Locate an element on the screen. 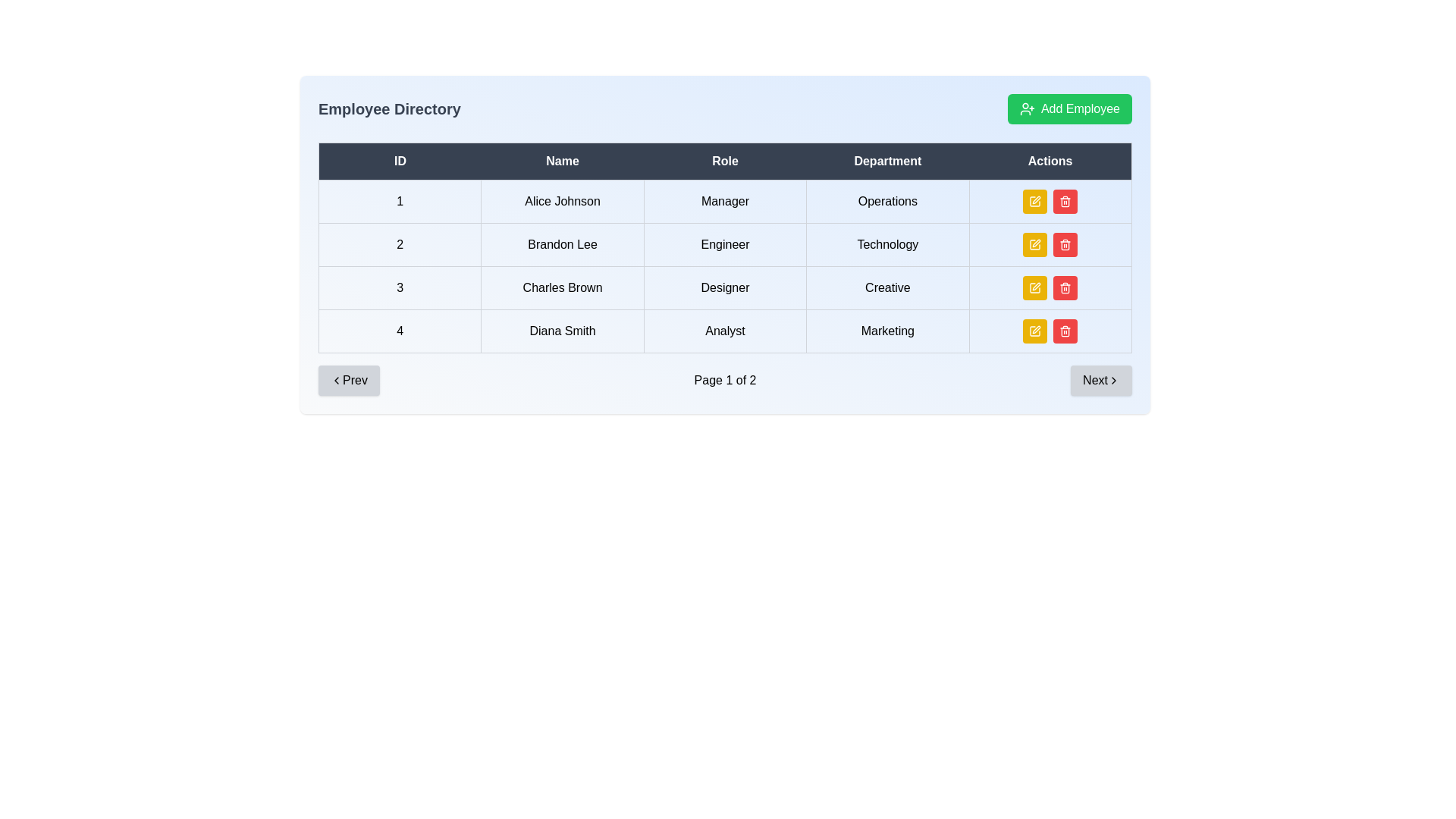 The image size is (1456, 819). the edit button located in the second row of the 'Actions' column in the table to initiate the edit function is located at coordinates (1034, 244).